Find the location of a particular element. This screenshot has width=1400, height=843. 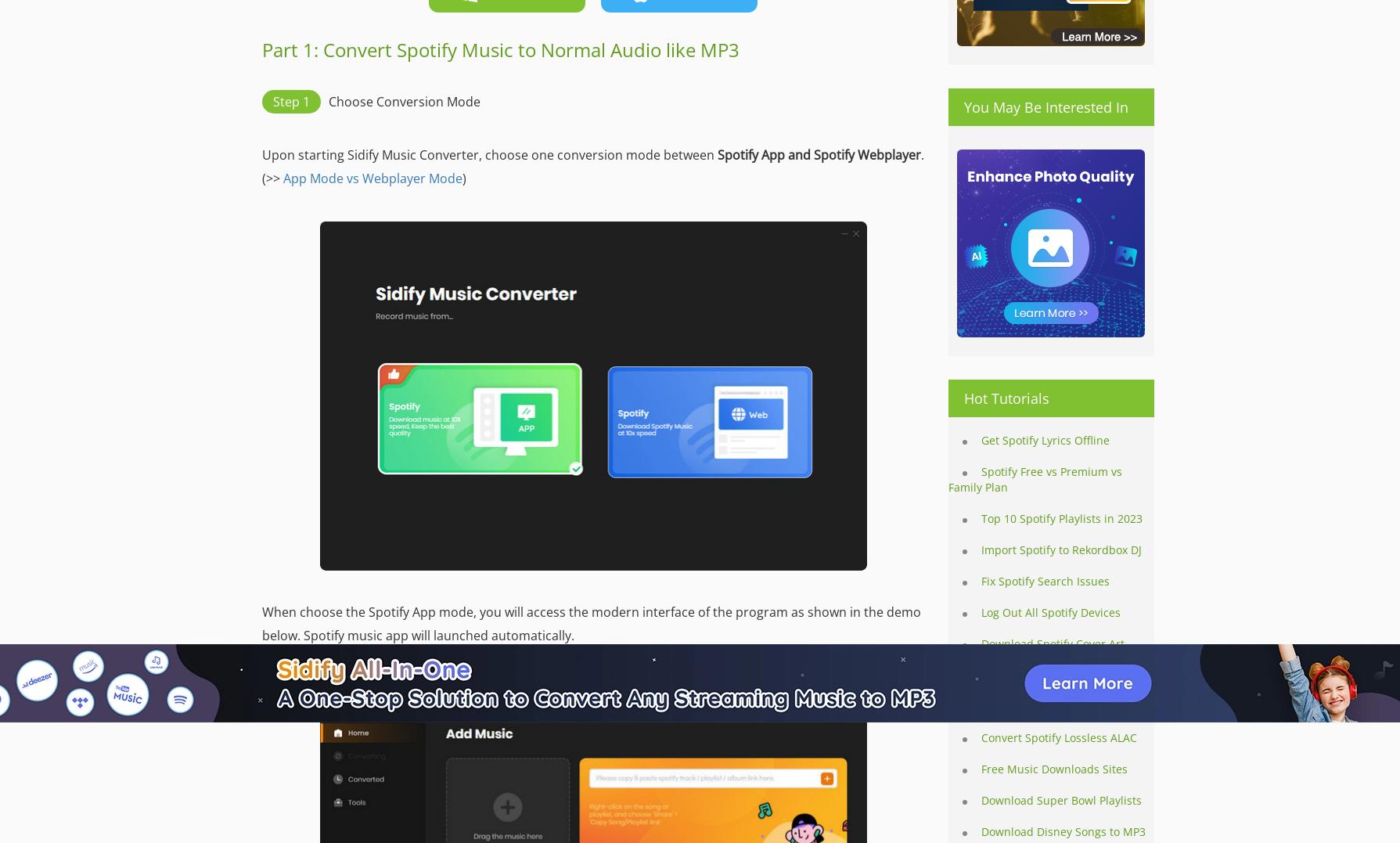

'When choose the Spotify App mode, you will access the modern interface of the program as shown in the demo below. Spotify music app will launched automatically.' is located at coordinates (261, 623).